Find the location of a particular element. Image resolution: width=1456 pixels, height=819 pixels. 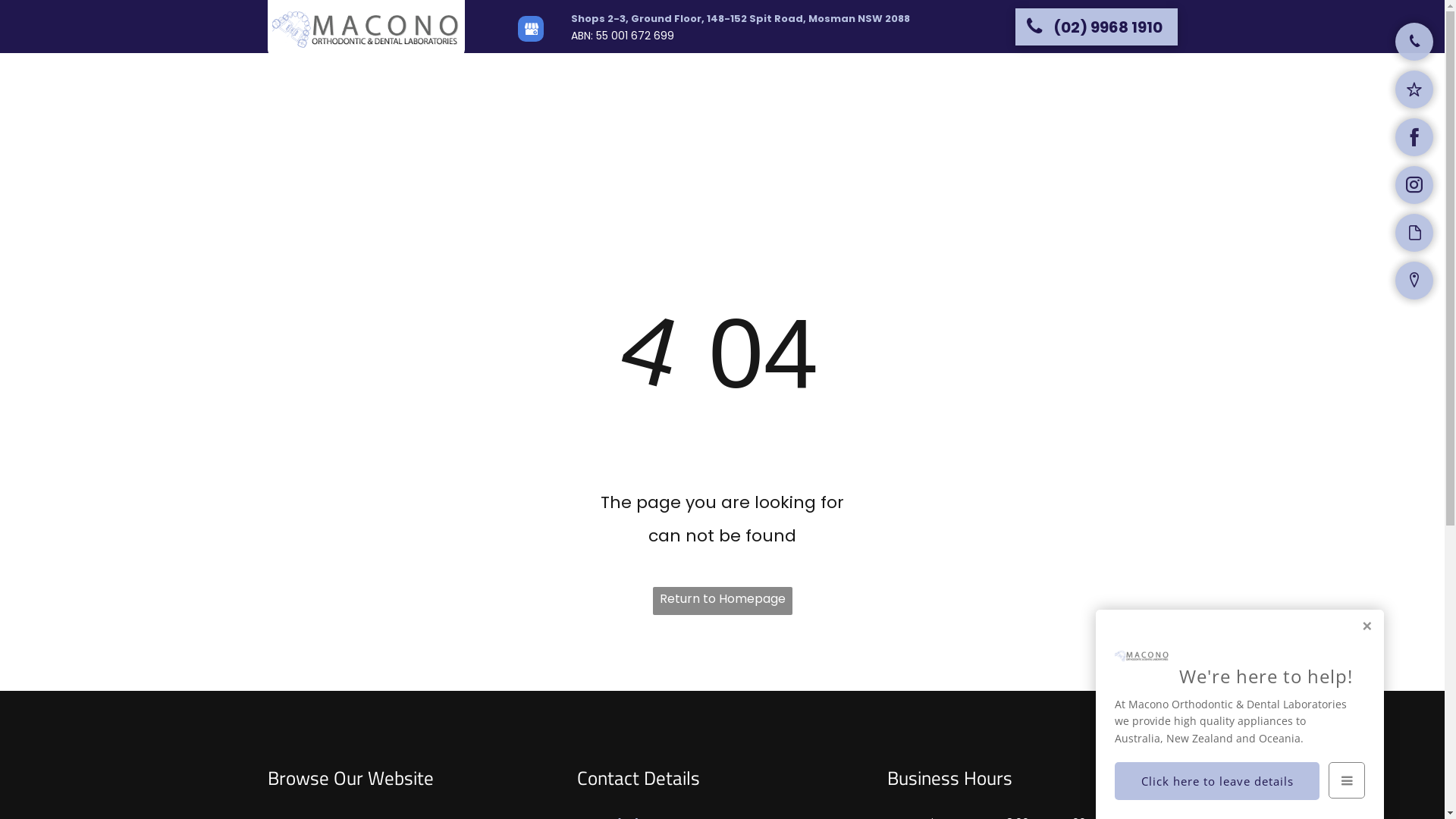

'(02) 9968 1910' is located at coordinates (1095, 26).